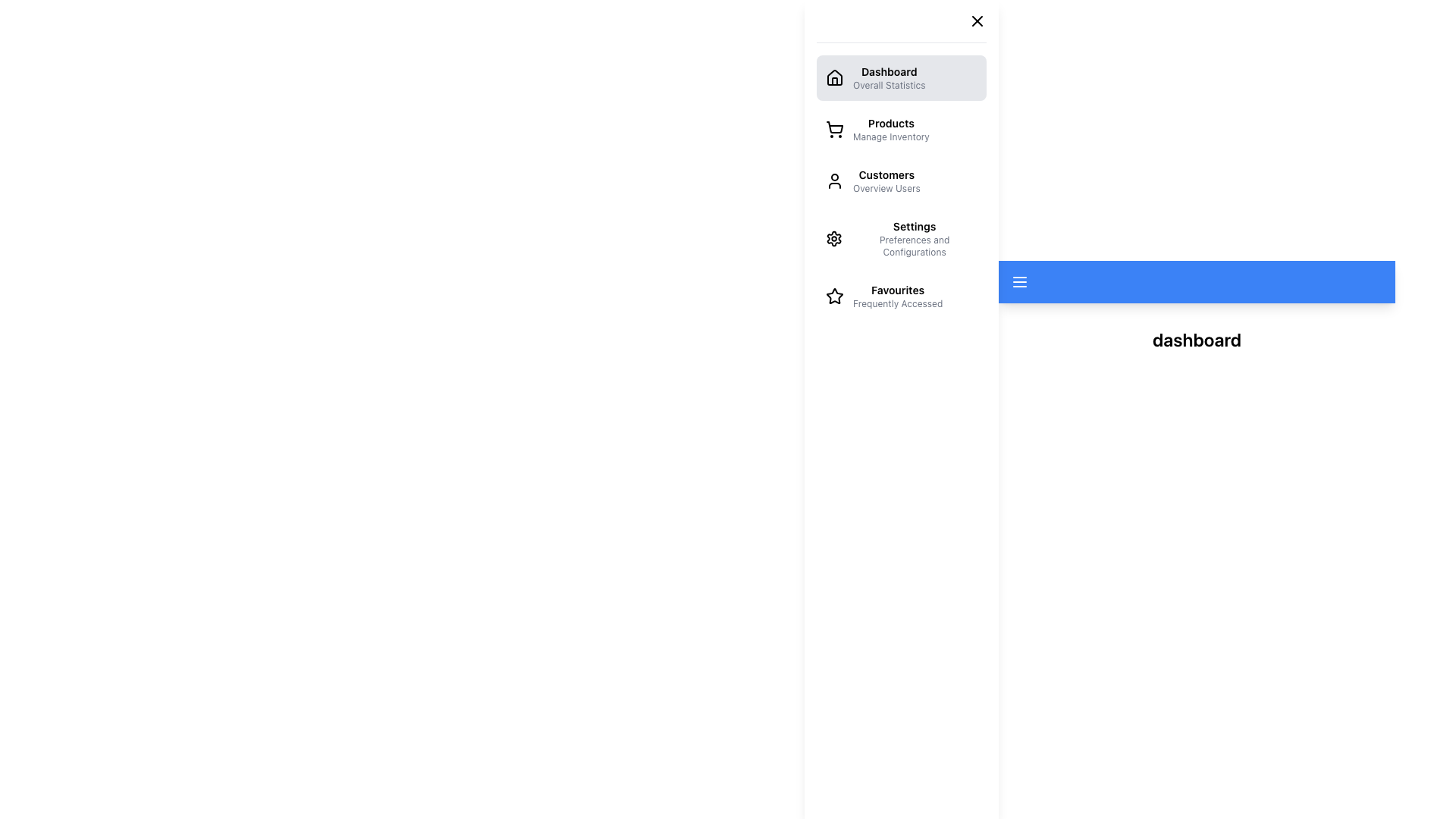  I want to click on the toggle button located in the blue rectangular header at the top-left of the interface, so click(1019, 281).